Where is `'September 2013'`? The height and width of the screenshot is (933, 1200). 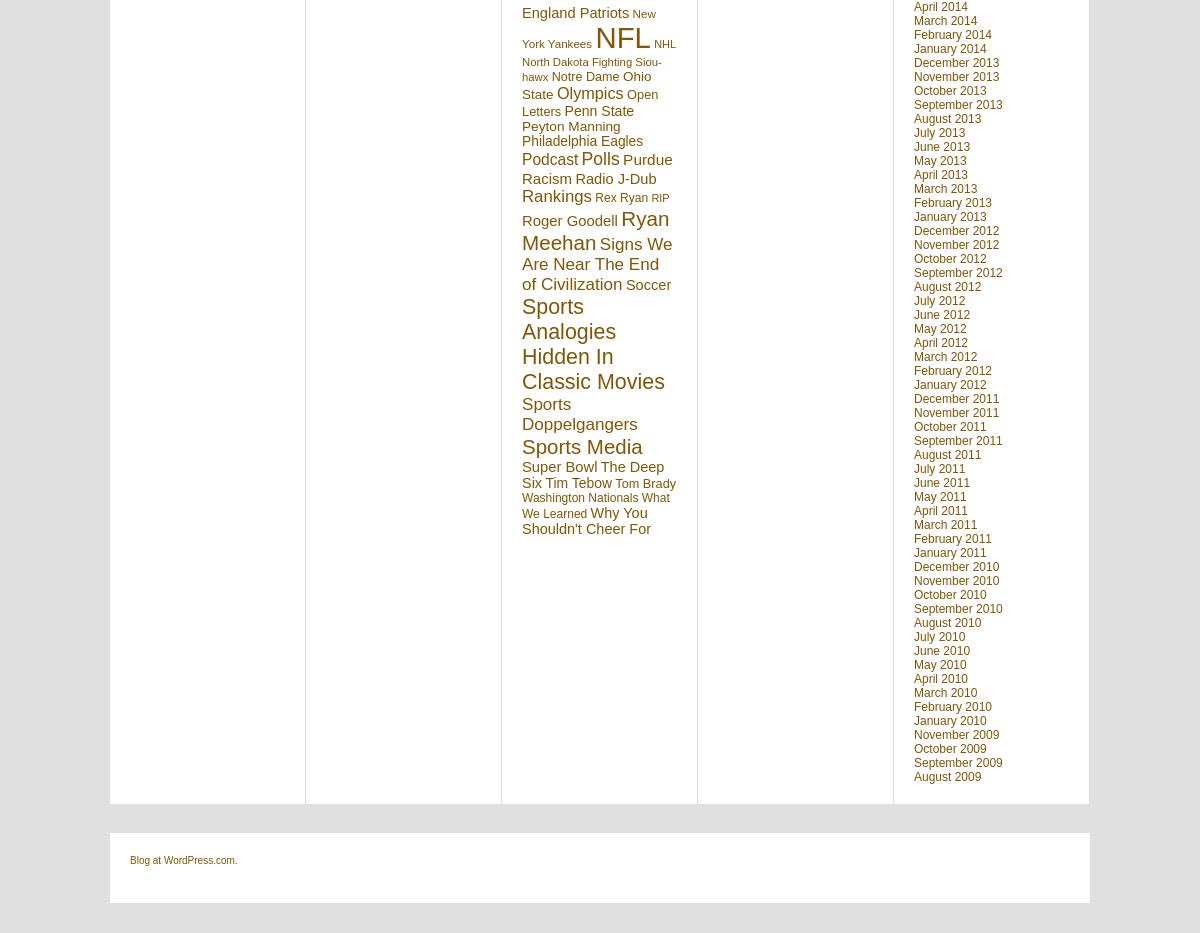 'September 2013' is located at coordinates (957, 103).